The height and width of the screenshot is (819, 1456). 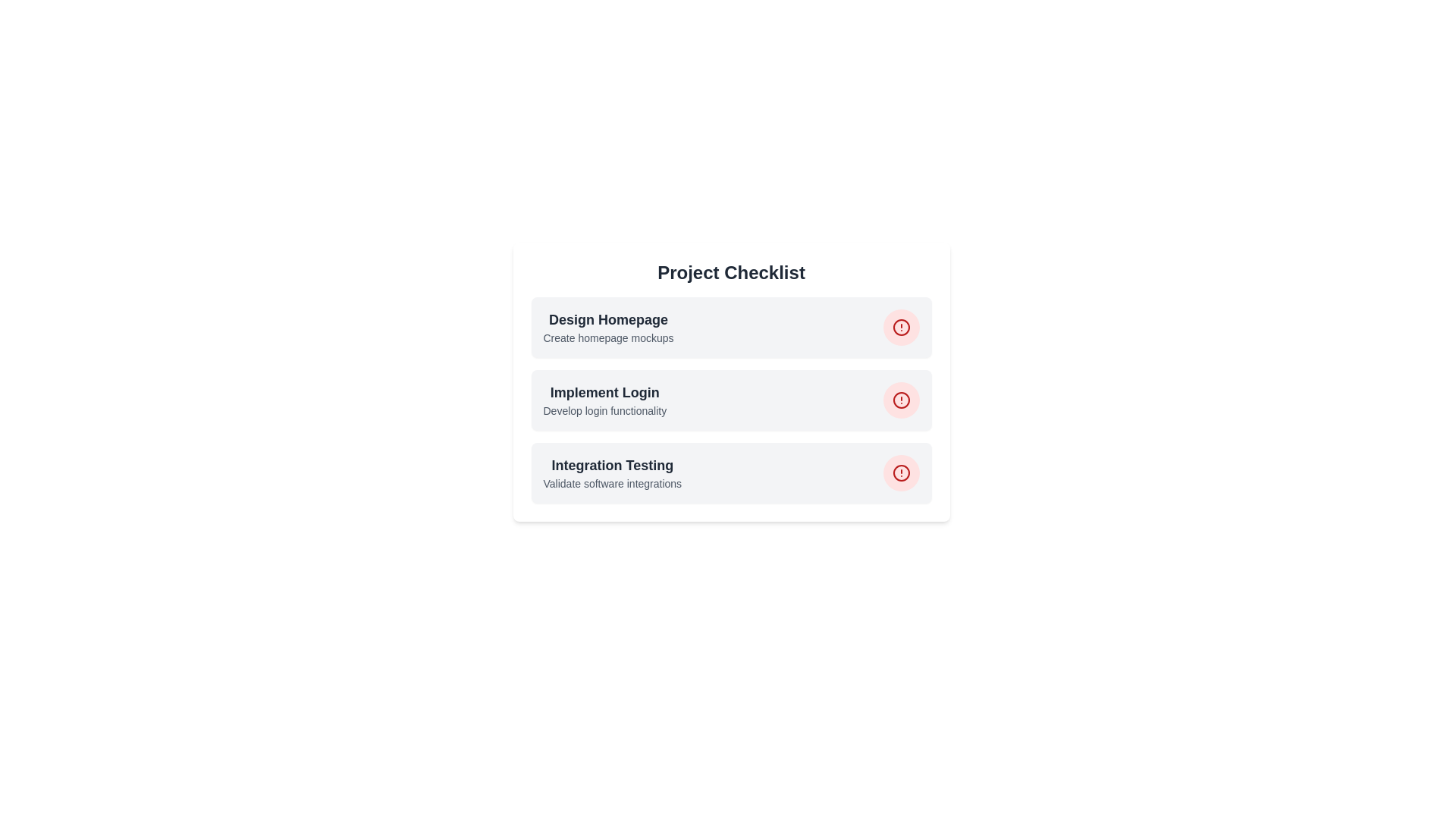 I want to click on text block containing the title and subtitle in the bottom entry of the 'Project Checklist' card, which represents a task or item in a checklist, so click(x=612, y=472).